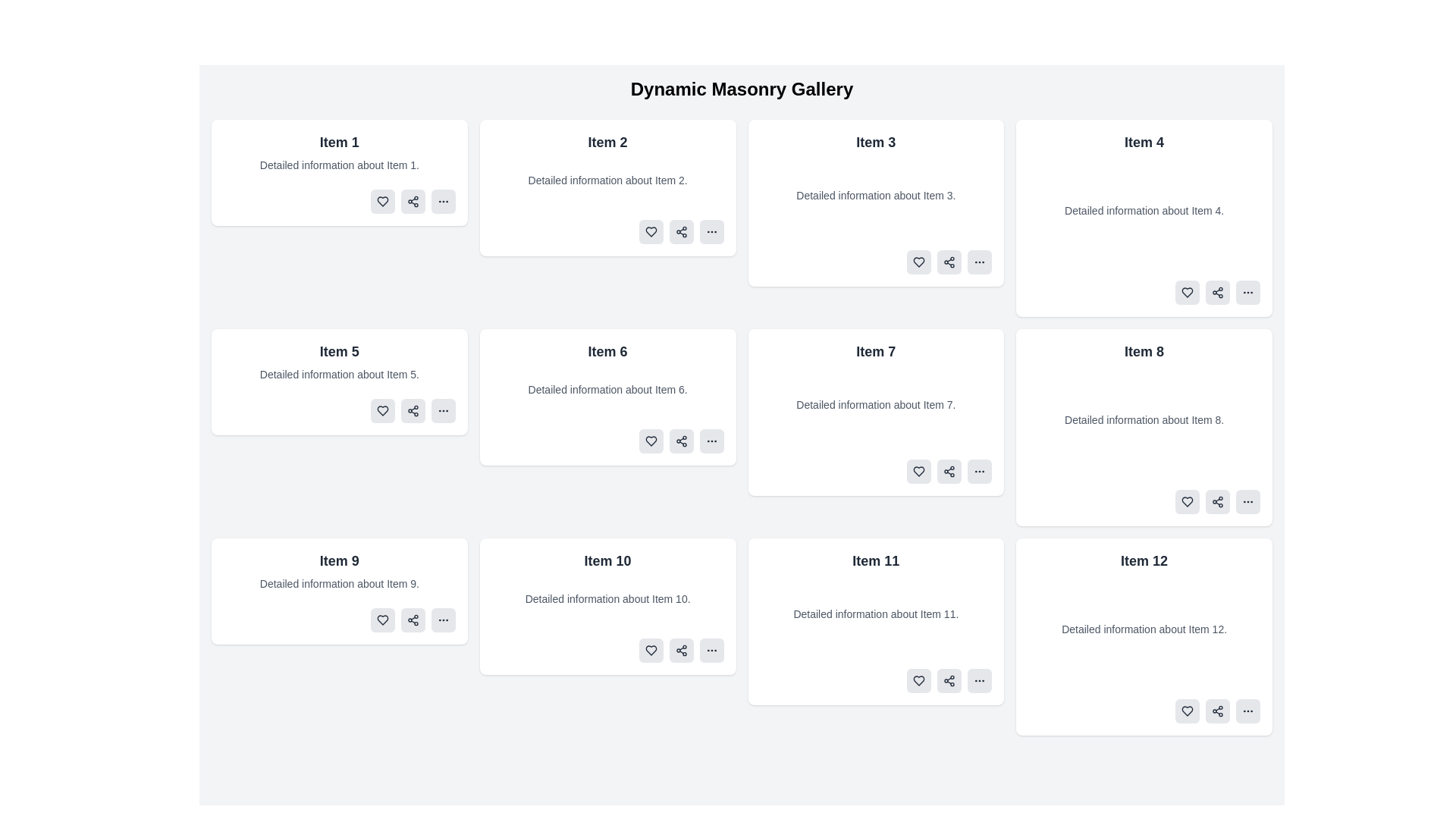  What do you see at coordinates (680, 649) in the screenshot?
I see `the 'Share' icon button located in the bottom right corner of the tile labeled 'Item 10'` at bounding box center [680, 649].